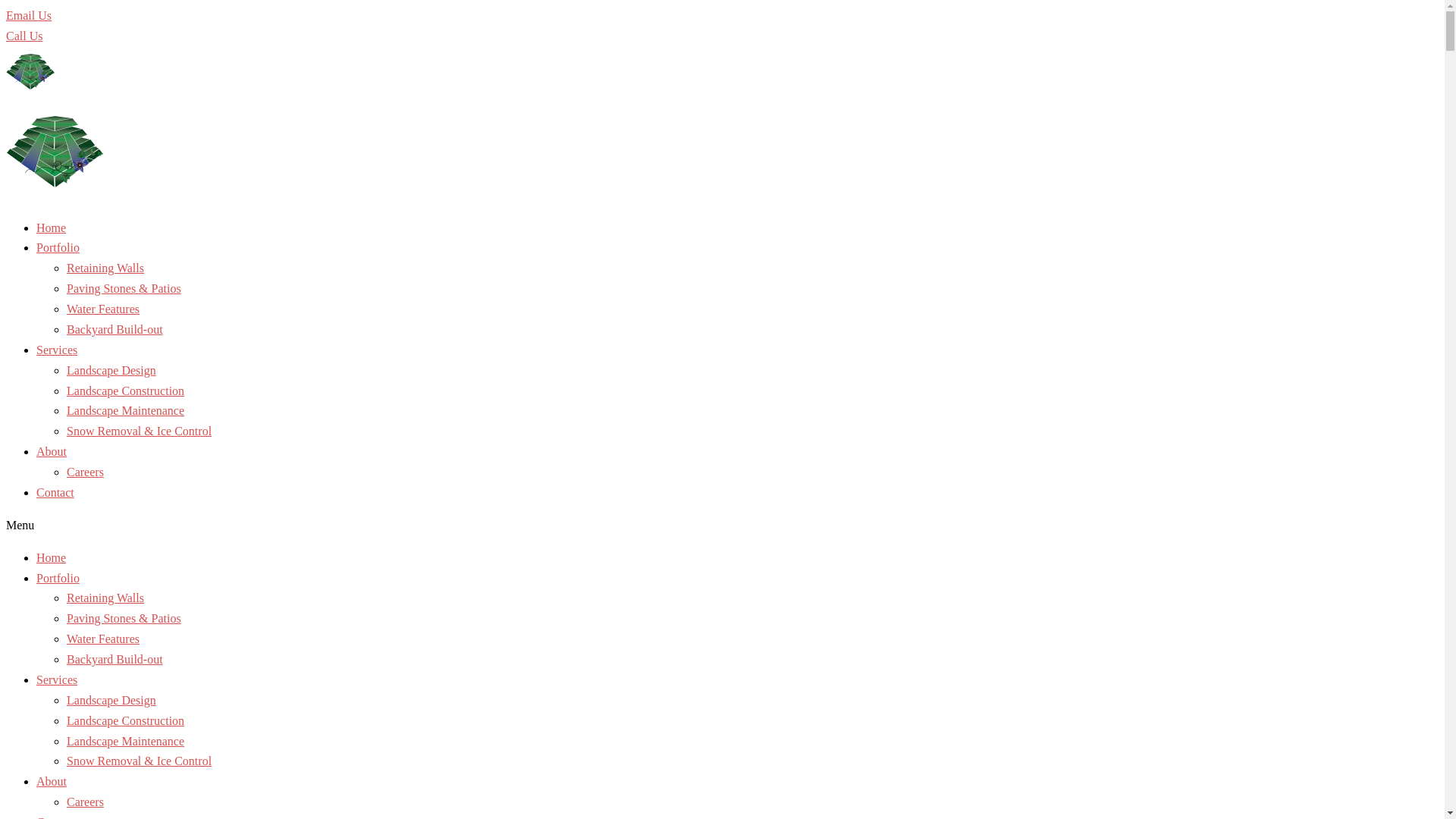 The image size is (1456, 819). What do you see at coordinates (125, 389) in the screenshot?
I see `'Landscape Construction'` at bounding box center [125, 389].